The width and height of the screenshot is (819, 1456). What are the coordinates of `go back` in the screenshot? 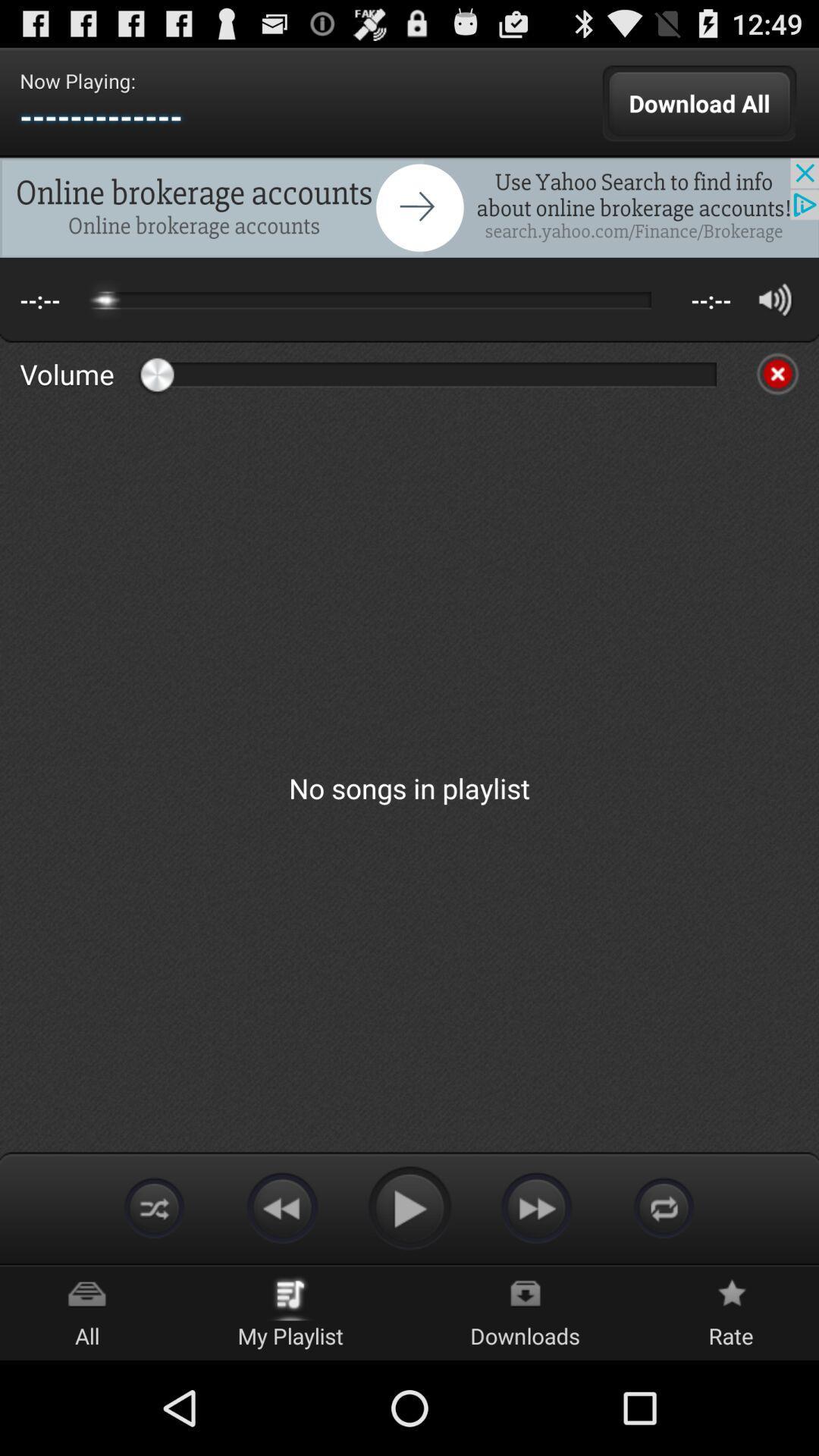 It's located at (281, 1207).